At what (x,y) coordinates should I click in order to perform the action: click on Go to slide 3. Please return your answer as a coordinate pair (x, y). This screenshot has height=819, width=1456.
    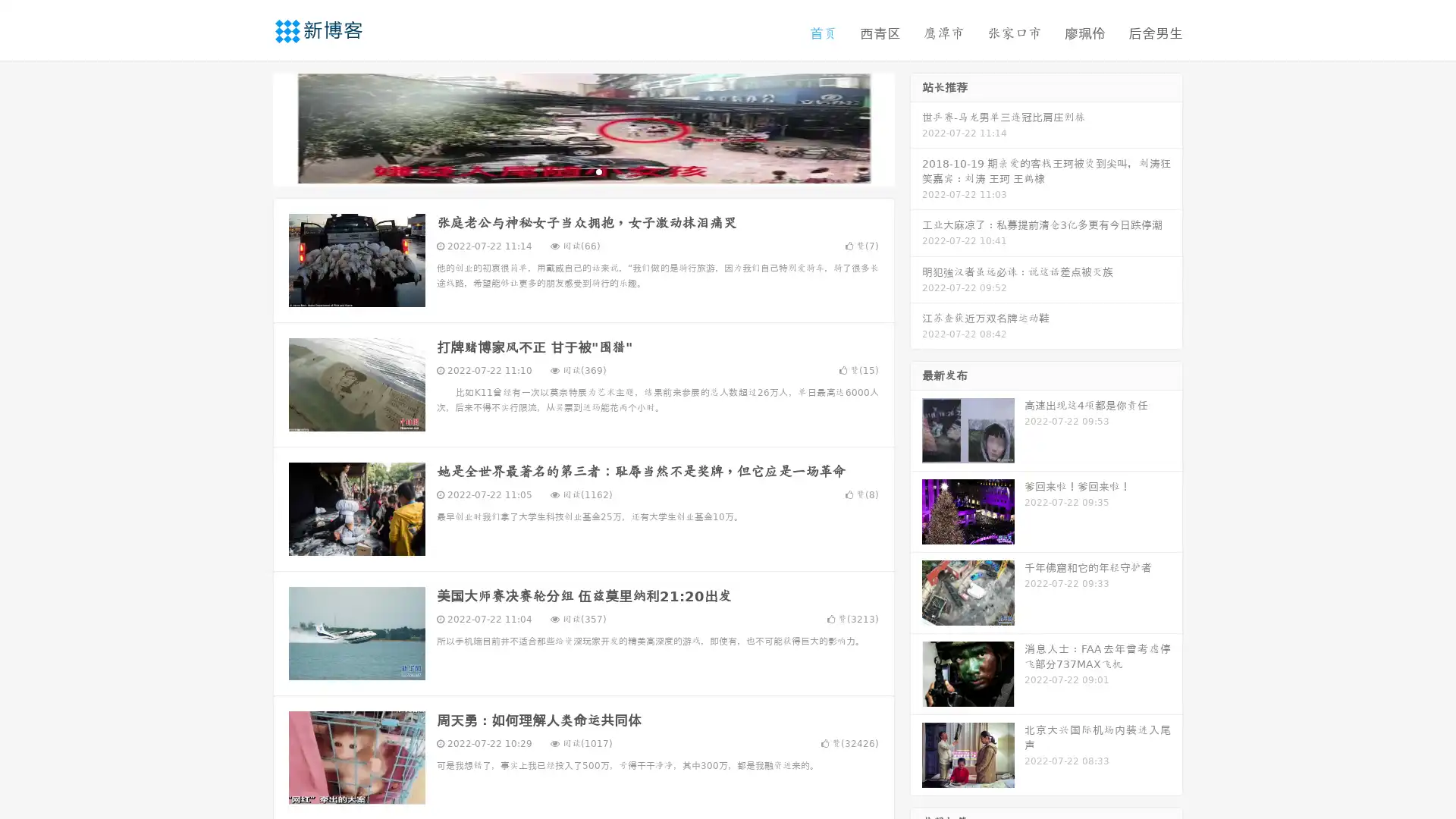
    Looking at the image, I should click on (598, 171).